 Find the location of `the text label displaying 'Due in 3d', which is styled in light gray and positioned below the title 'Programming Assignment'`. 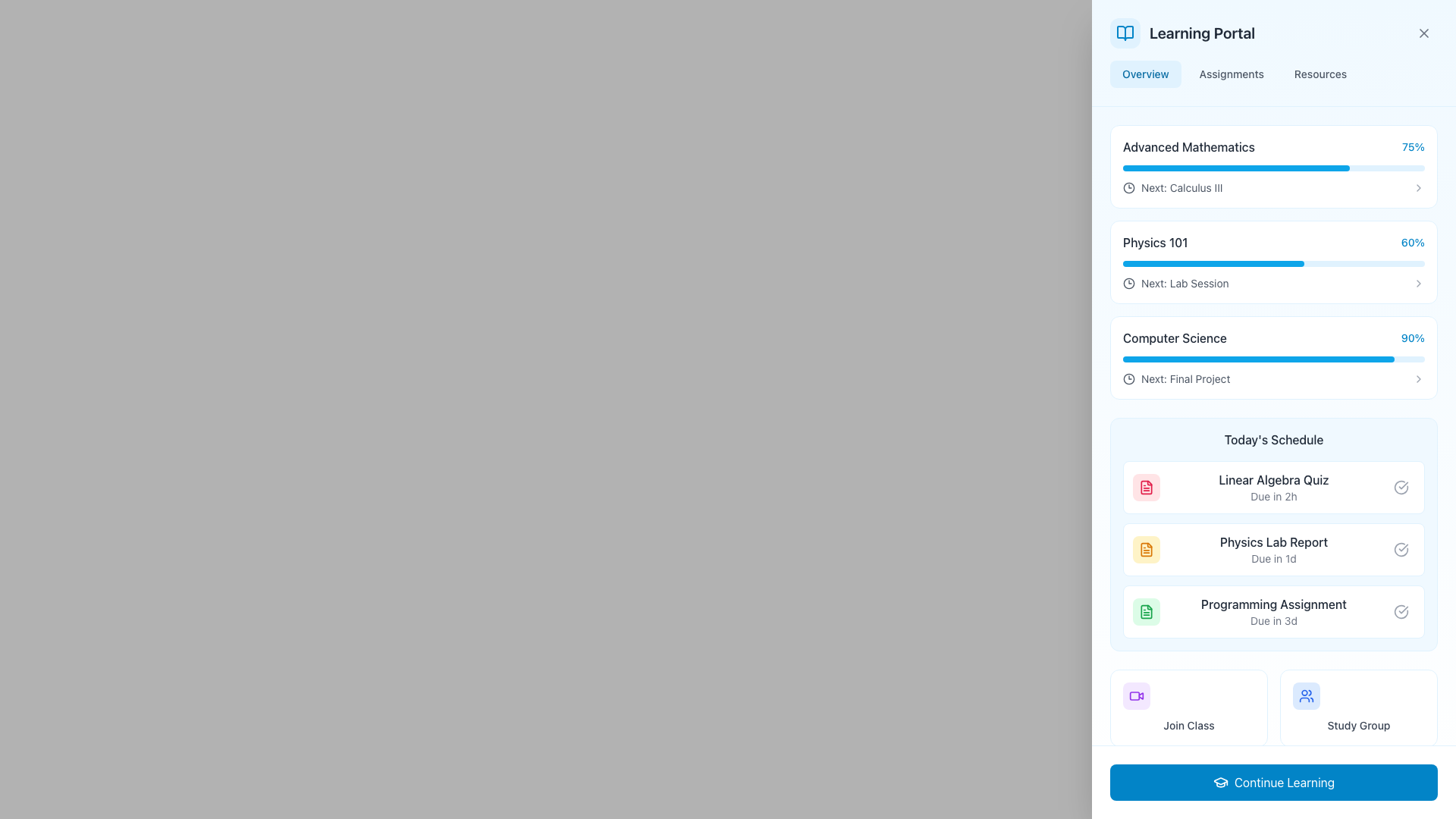

the text label displaying 'Due in 3d', which is styled in light gray and positioned below the title 'Programming Assignment' is located at coordinates (1274, 620).